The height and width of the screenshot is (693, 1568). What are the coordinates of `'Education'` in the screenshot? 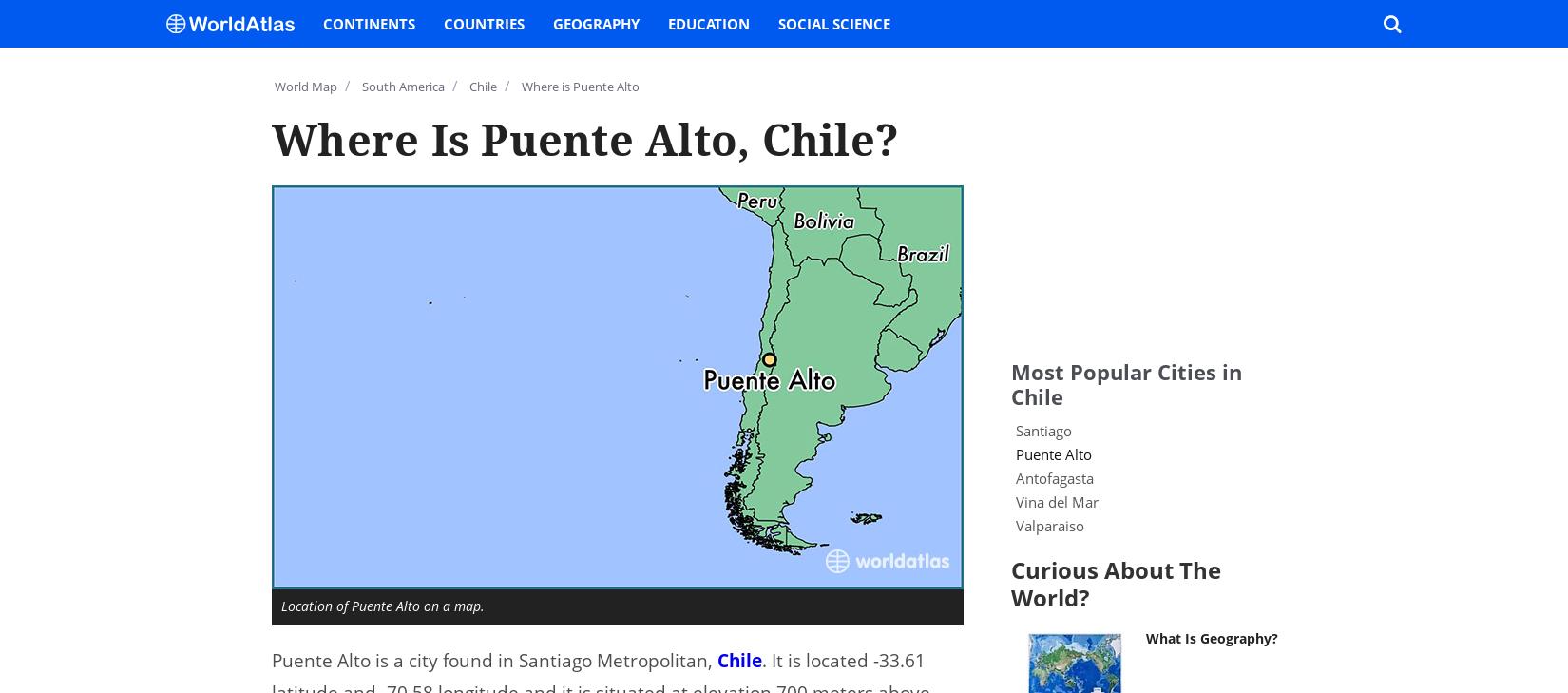 It's located at (667, 21).